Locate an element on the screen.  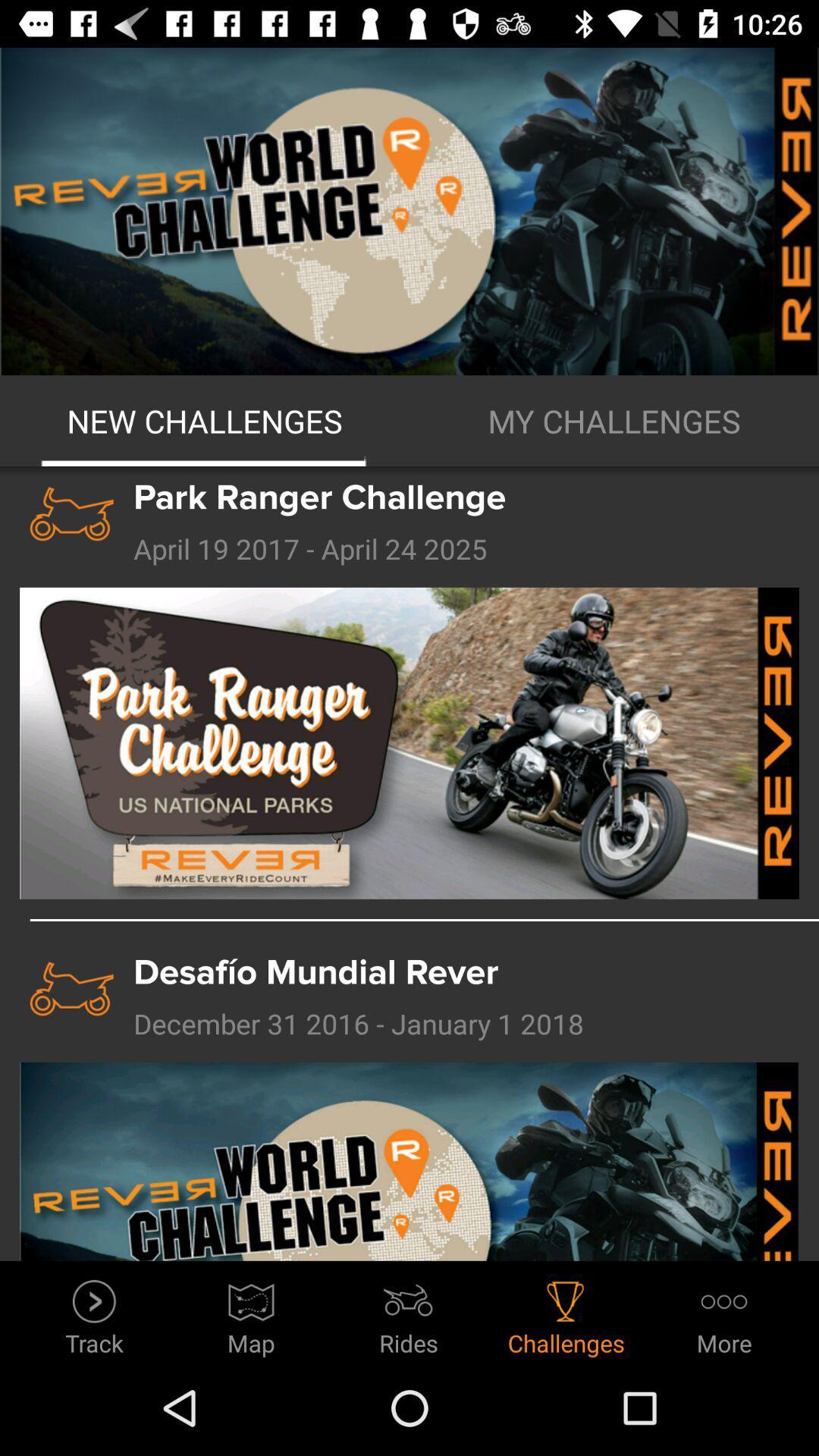
the icon next to the rides is located at coordinates (250, 1313).